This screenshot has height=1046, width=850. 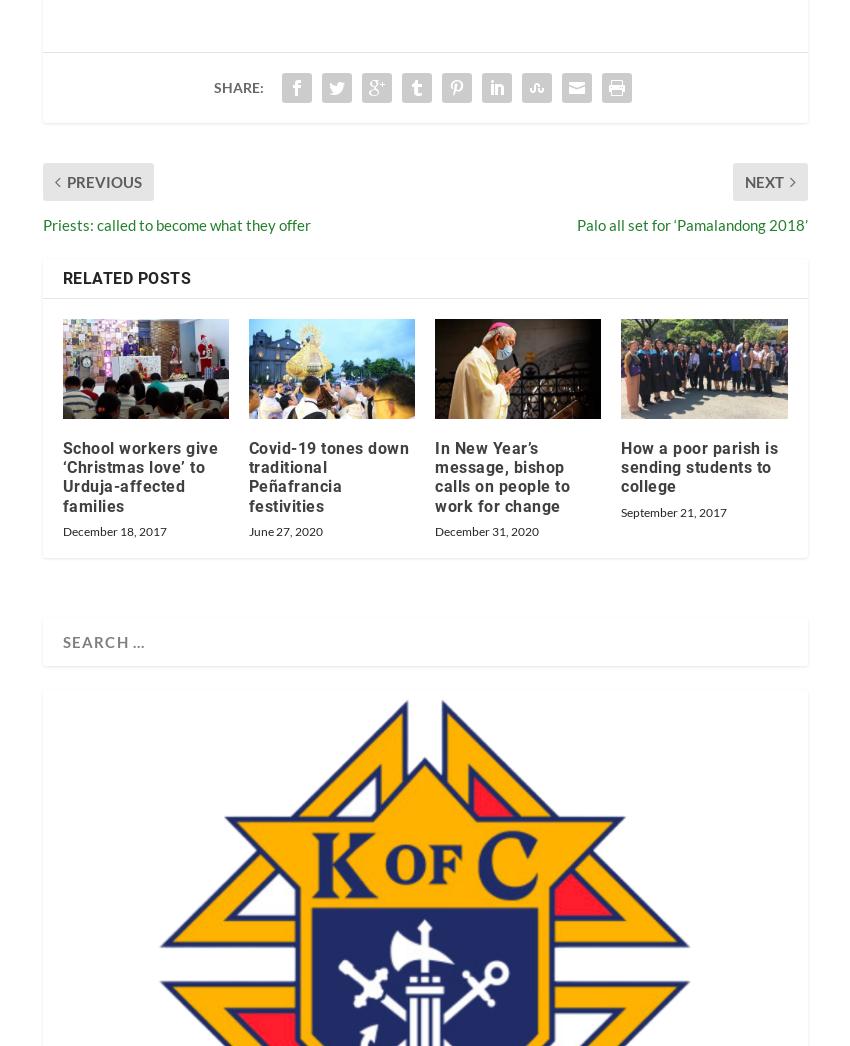 What do you see at coordinates (620, 511) in the screenshot?
I see `'September 21, 2017'` at bounding box center [620, 511].